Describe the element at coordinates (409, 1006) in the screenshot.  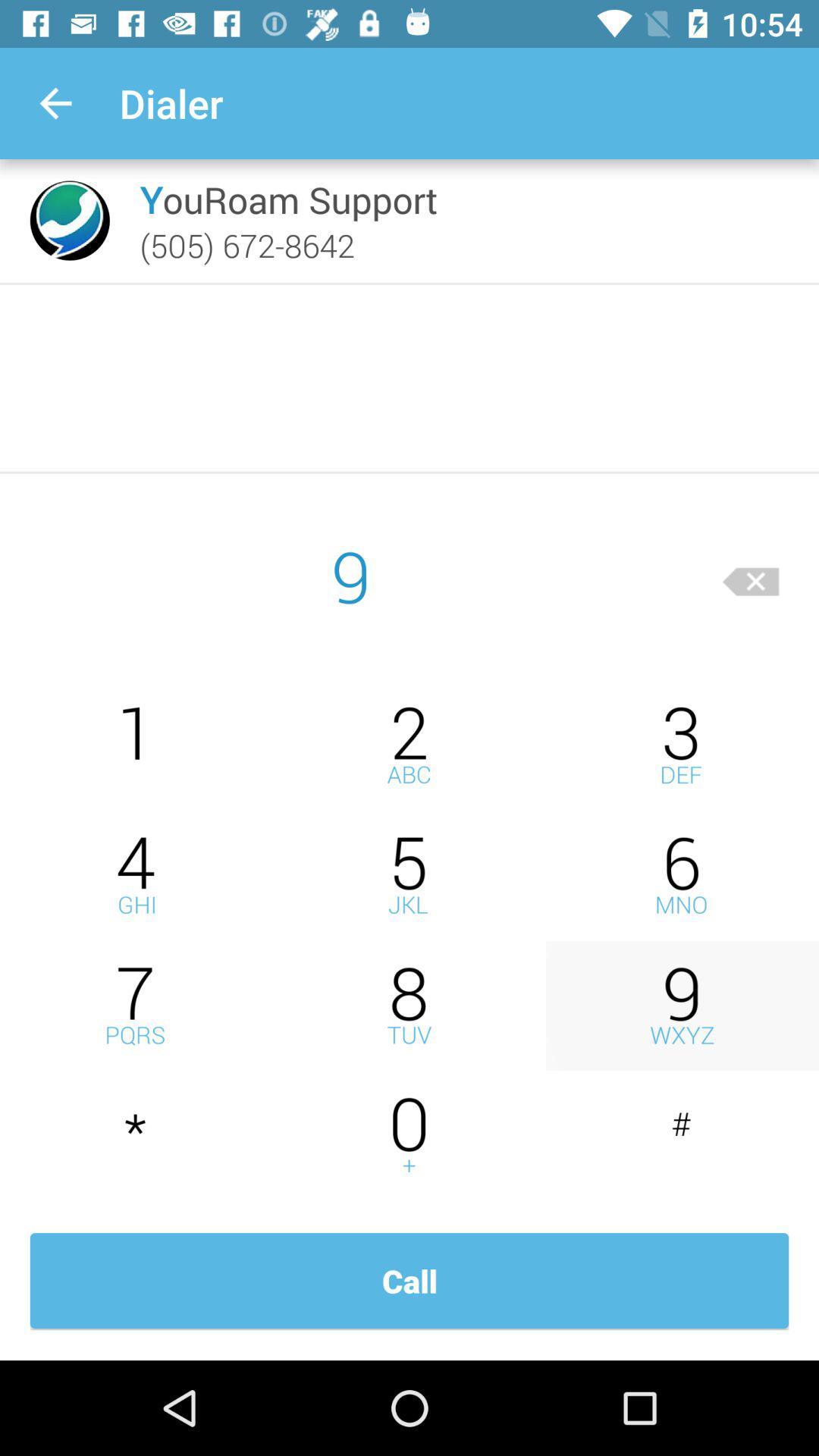
I see `dial number 8` at that location.